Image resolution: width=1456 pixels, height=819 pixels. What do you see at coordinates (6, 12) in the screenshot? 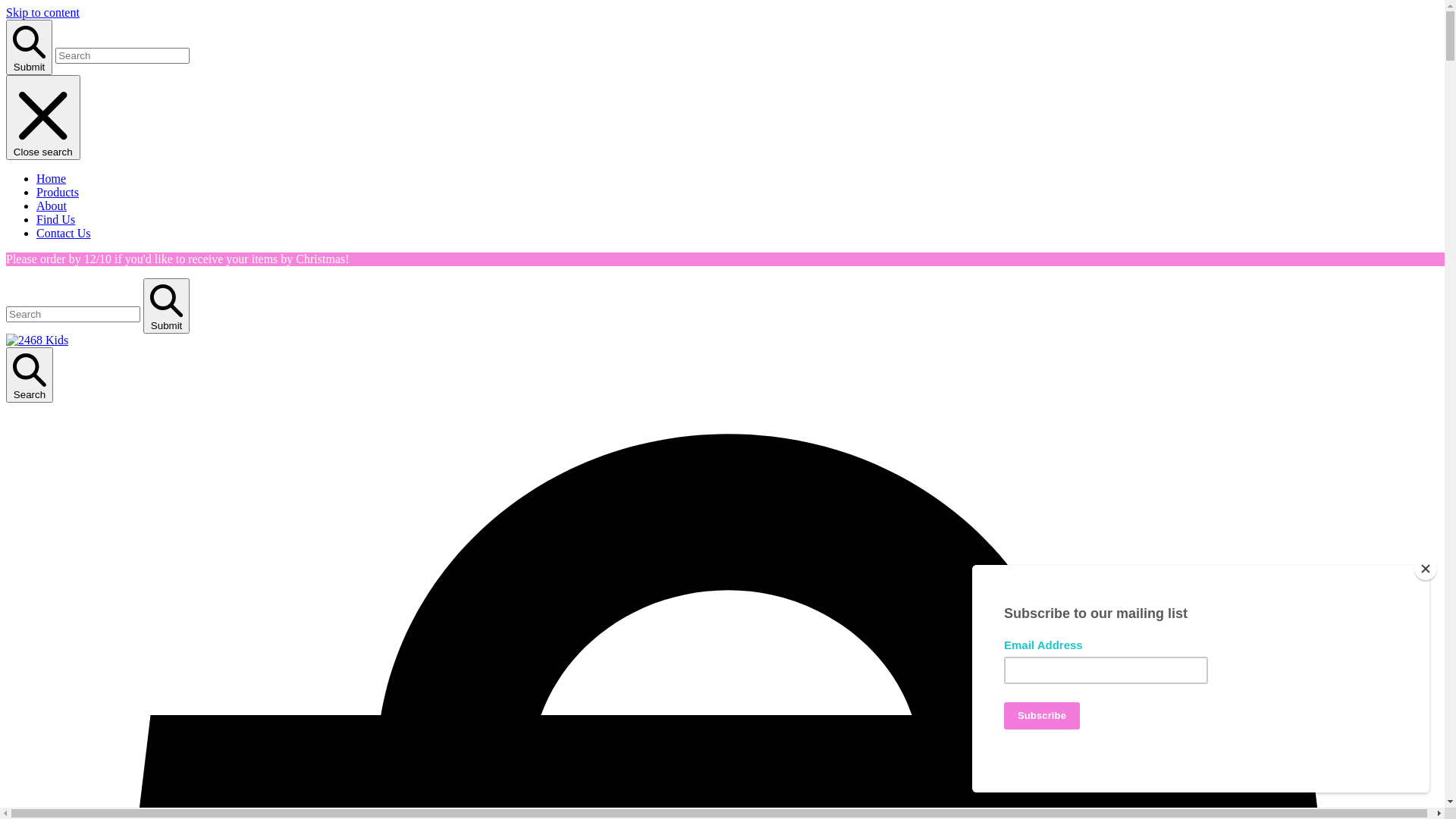
I see `'Skip to content'` at bounding box center [6, 12].